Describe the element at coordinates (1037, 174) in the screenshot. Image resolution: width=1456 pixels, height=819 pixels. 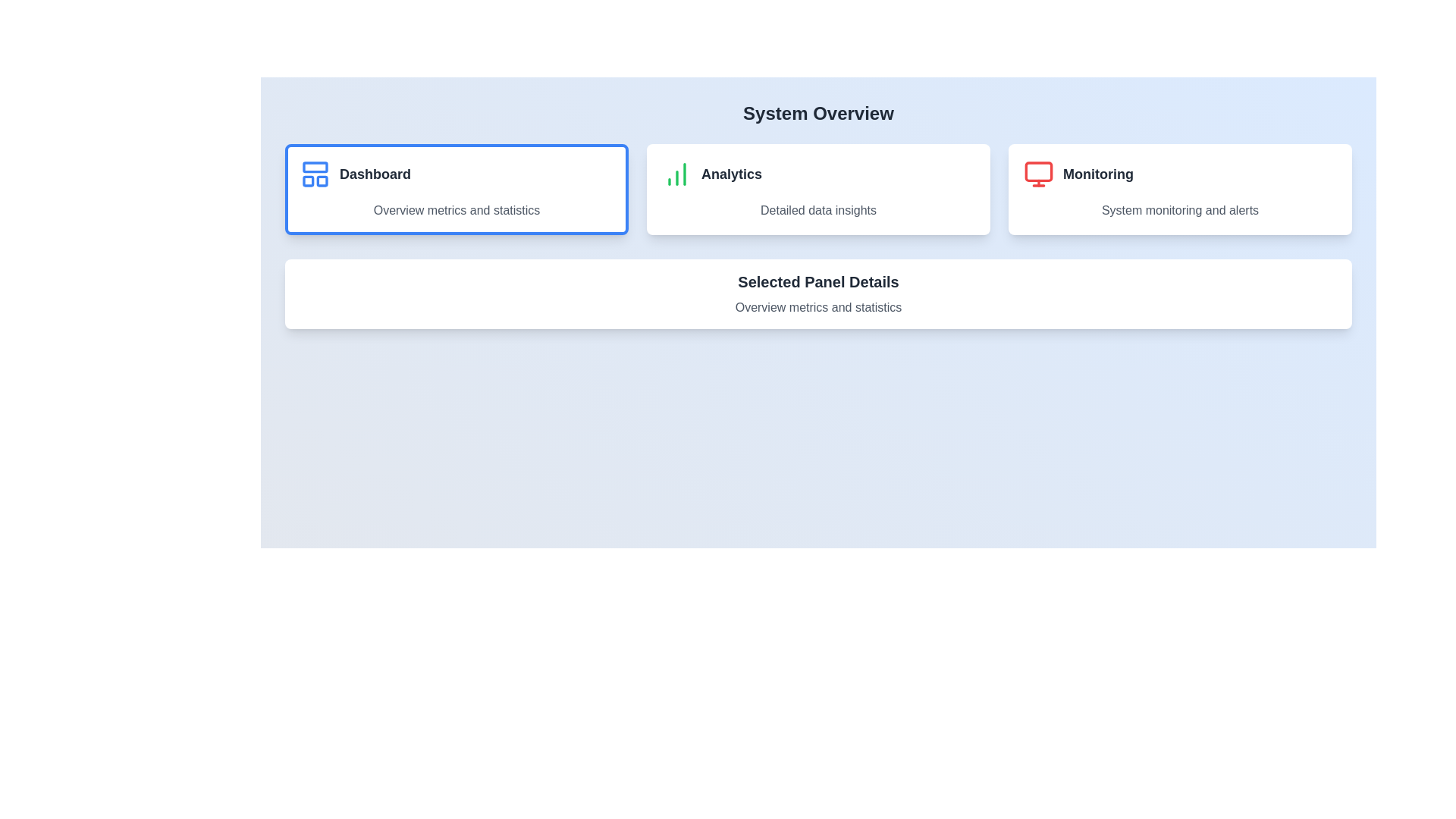
I see `the icon located on the right side of the second panel row labeled 'Monitoring' in the 'System Overview' section` at that location.